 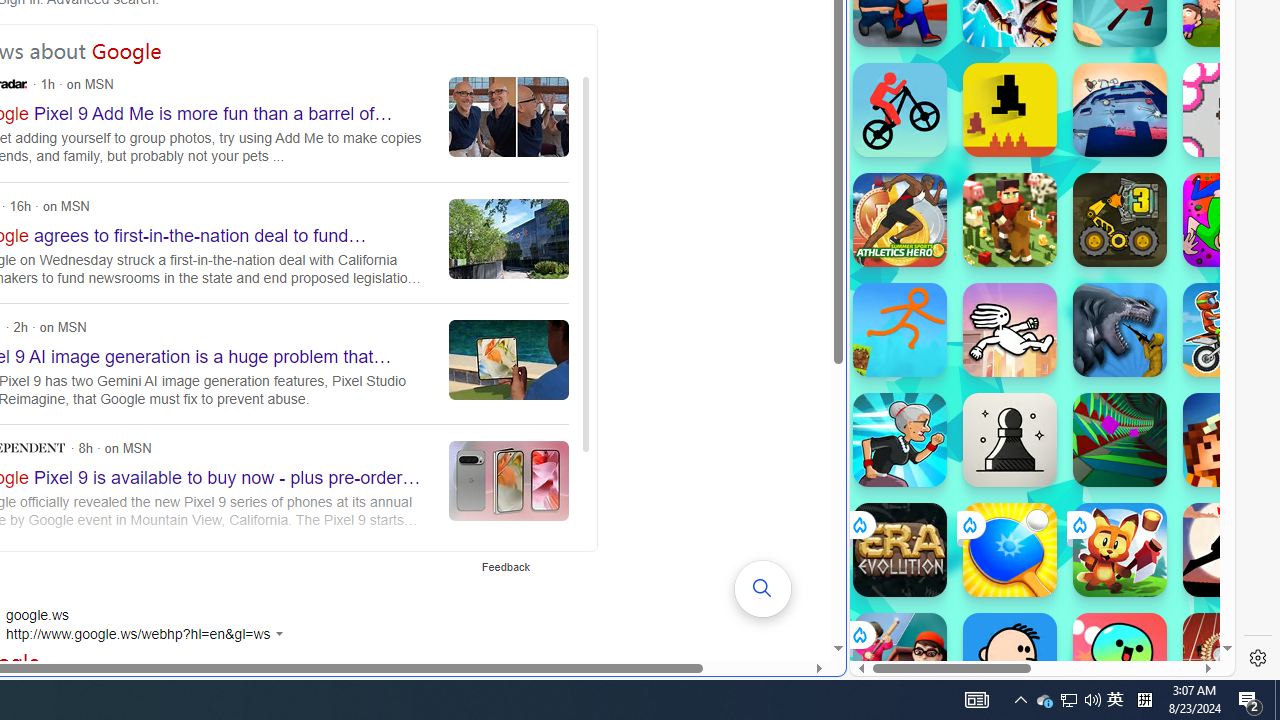 I want to click on 'Ping Pong Go!', so click(x=1009, y=550).